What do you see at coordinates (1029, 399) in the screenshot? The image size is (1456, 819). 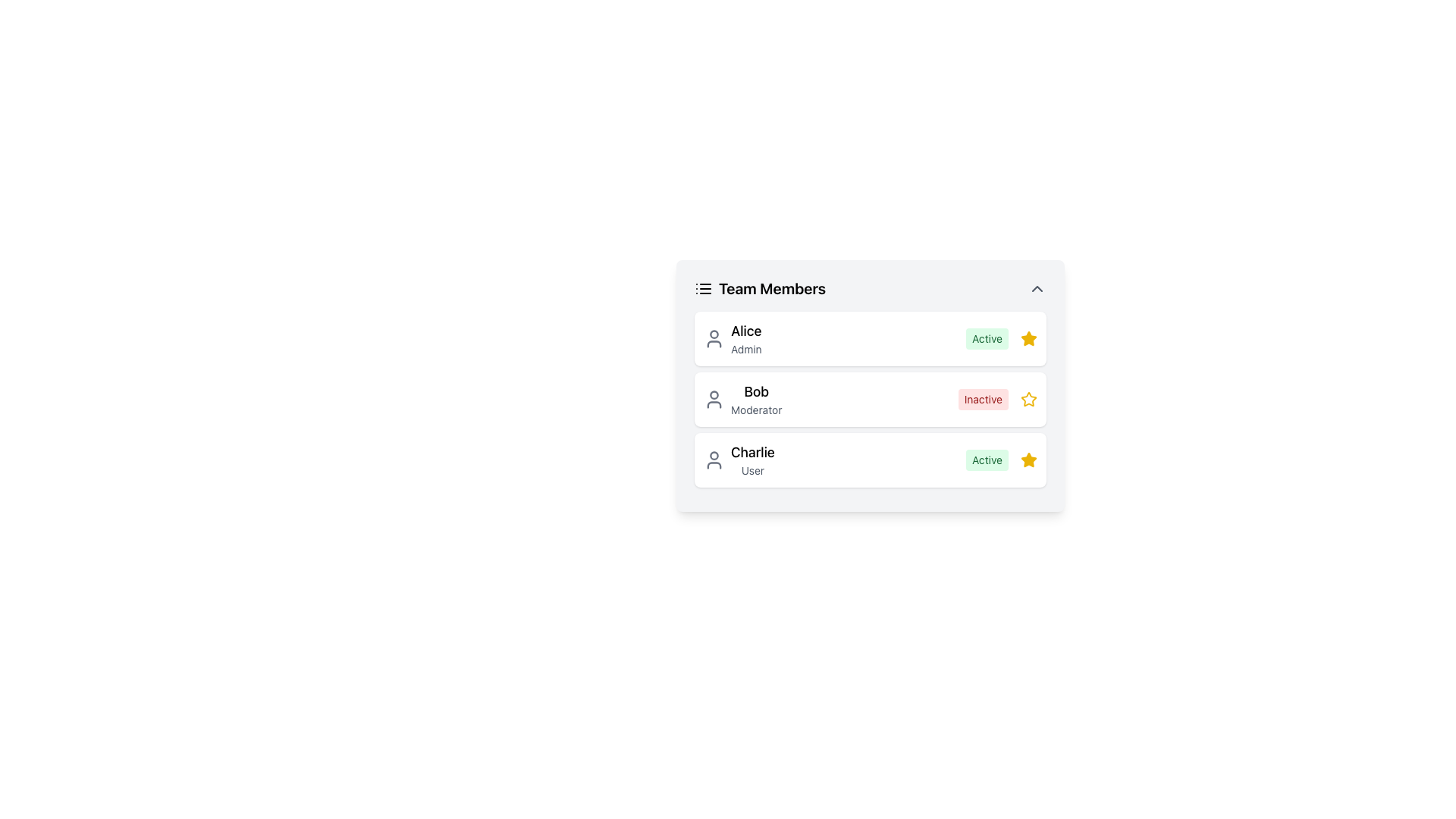 I see `the yellow-colored star icon` at bounding box center [1029, 399].